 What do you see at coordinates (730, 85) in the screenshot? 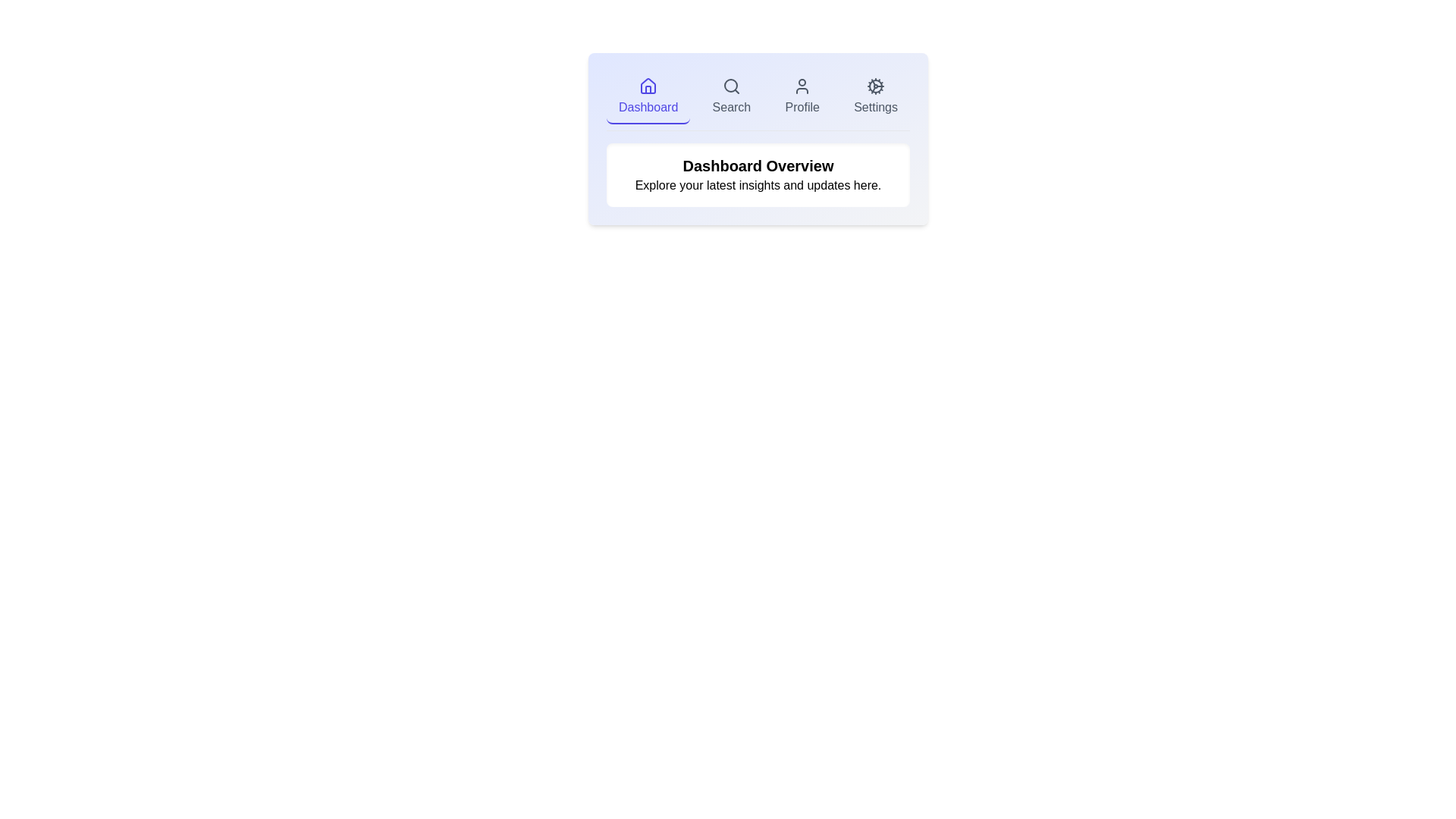
I see `the inner circular component of the SVG search icon, which is part of a navigation bar, by clicking on the encompassing search icon` at bounding box center [730, 85].